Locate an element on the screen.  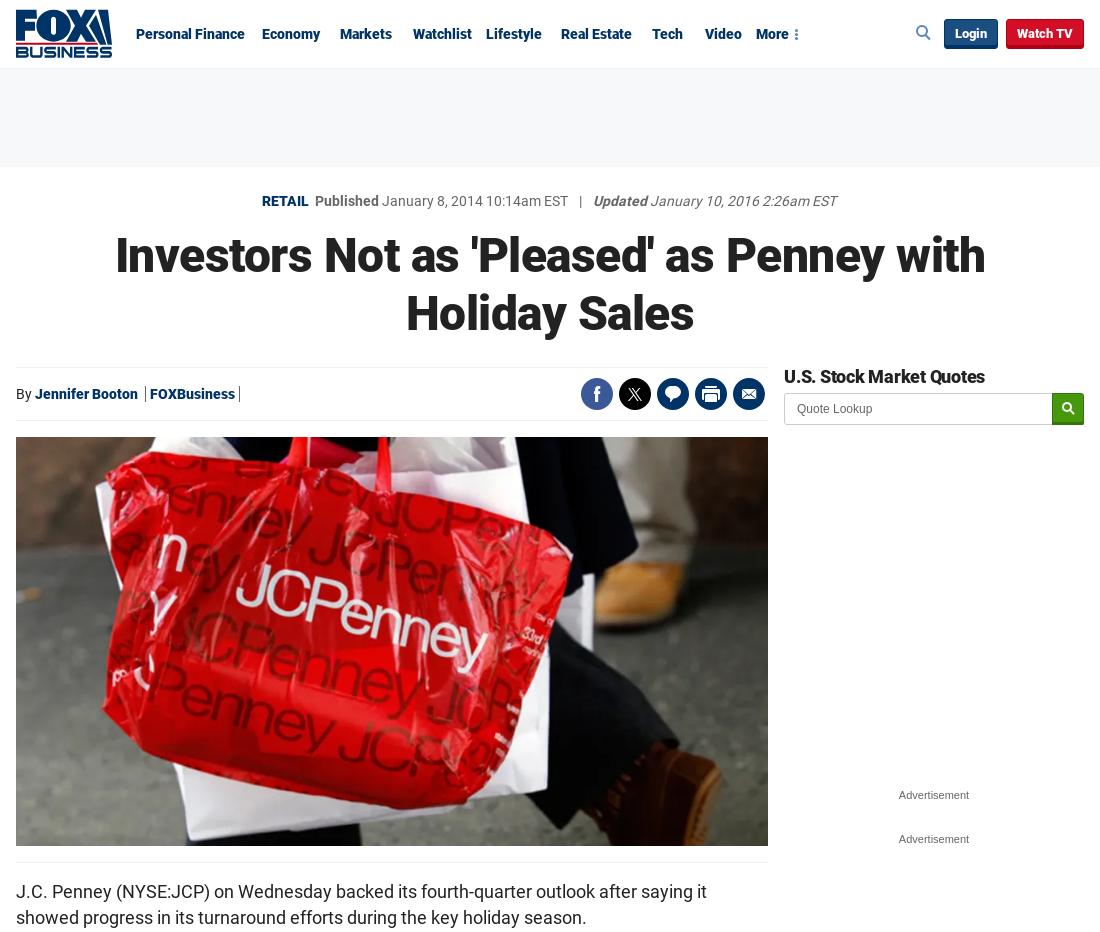
'January 8, 2014 10:14am EST' is located at coordinates (381, 201).